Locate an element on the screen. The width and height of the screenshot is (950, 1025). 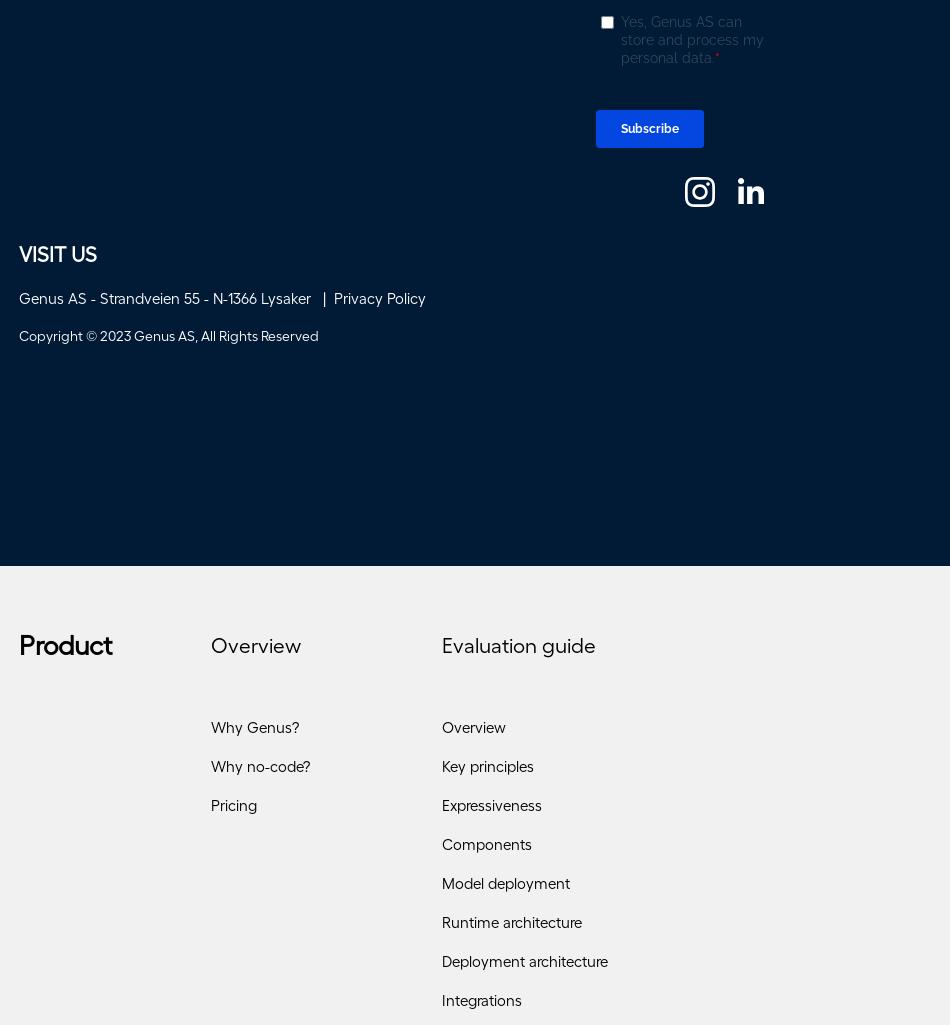
'Why Genus?' is located at coordinates (253, 733).